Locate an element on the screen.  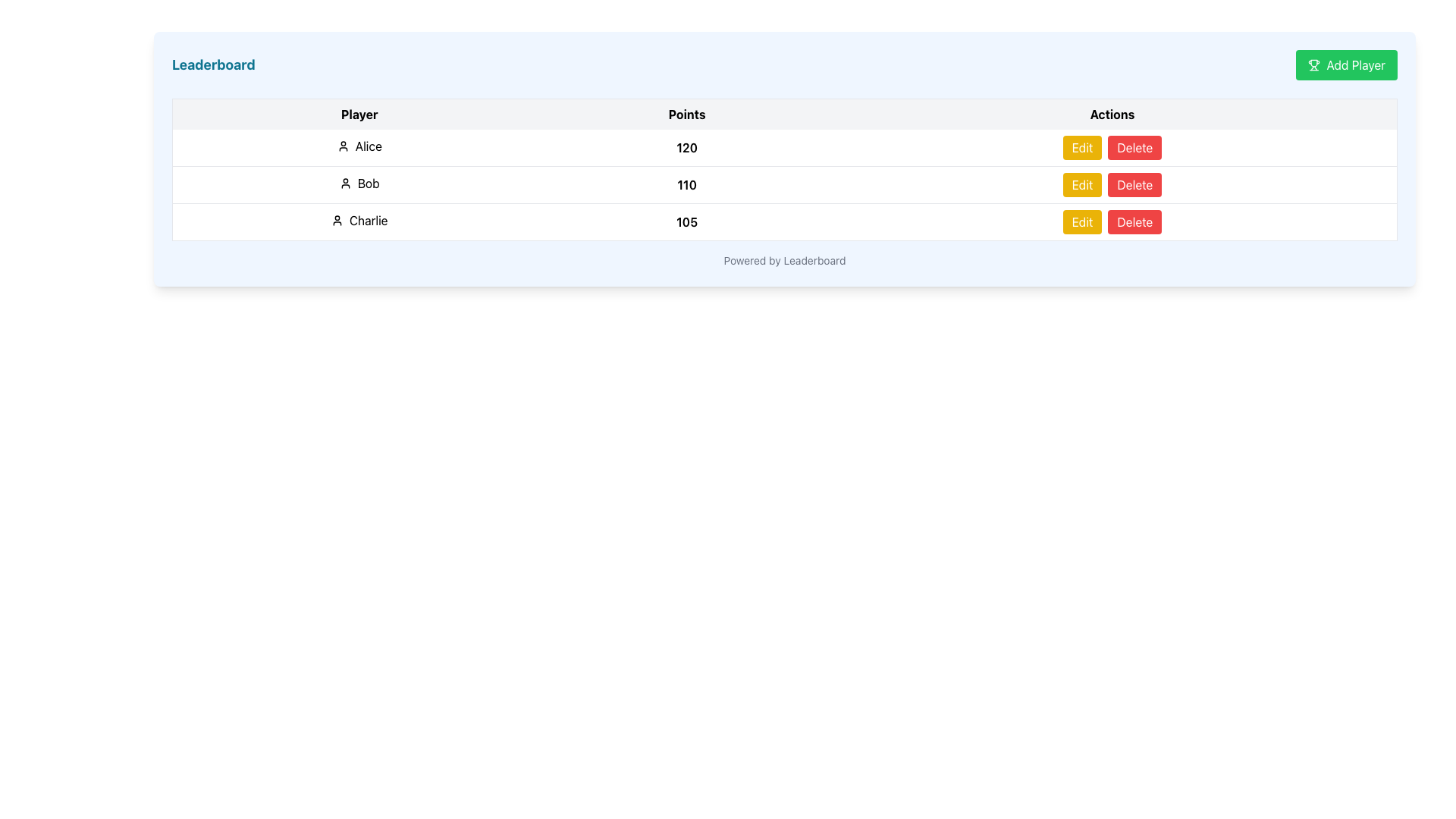
the text label displaying the numeric value '105' in the 'Points' column of the leaderboard table, which is aligned with the player name 'Charlie' is located at coordinates (686, 222).